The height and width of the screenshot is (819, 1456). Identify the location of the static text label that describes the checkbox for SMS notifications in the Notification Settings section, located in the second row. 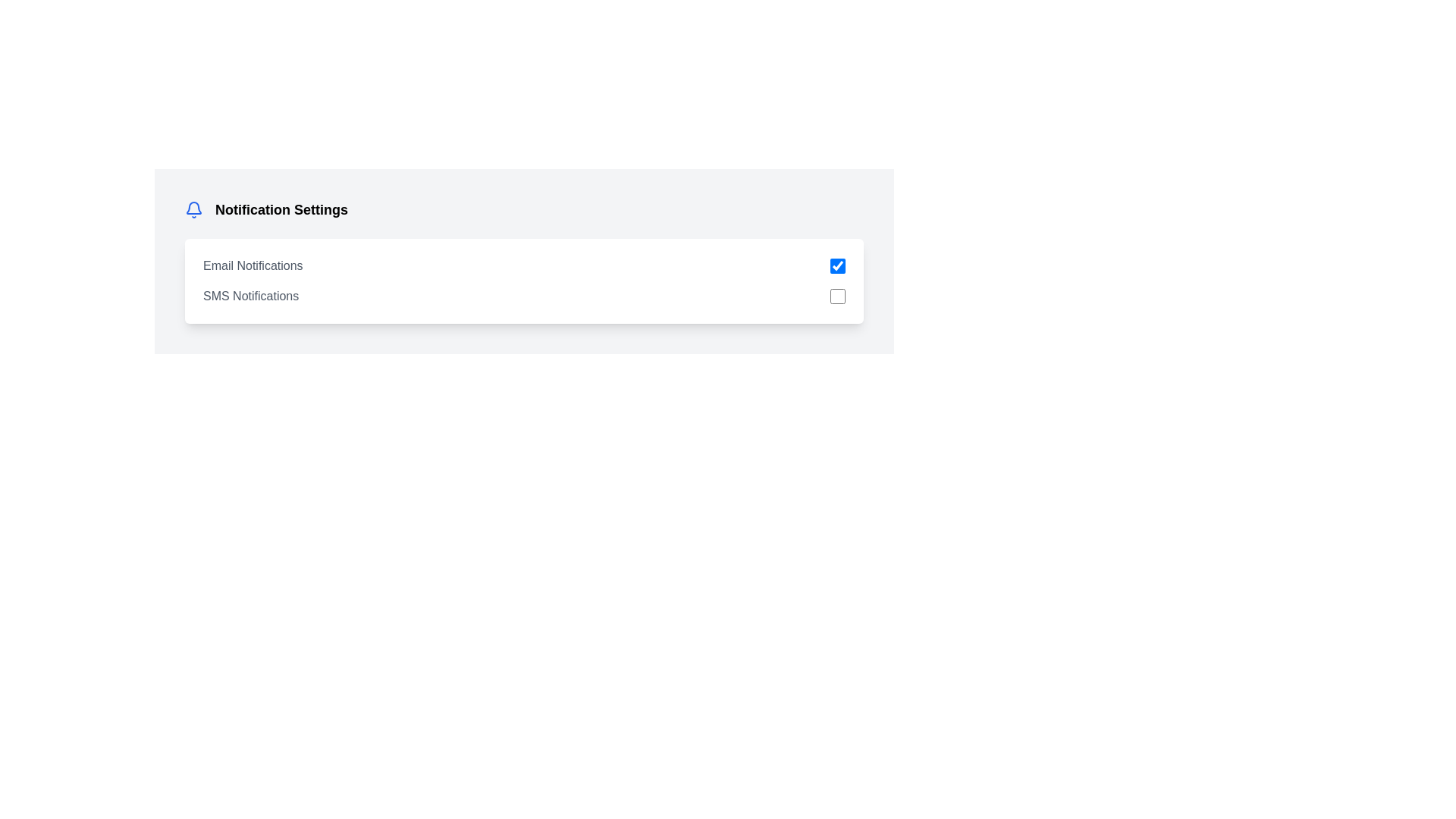
(251, 296).